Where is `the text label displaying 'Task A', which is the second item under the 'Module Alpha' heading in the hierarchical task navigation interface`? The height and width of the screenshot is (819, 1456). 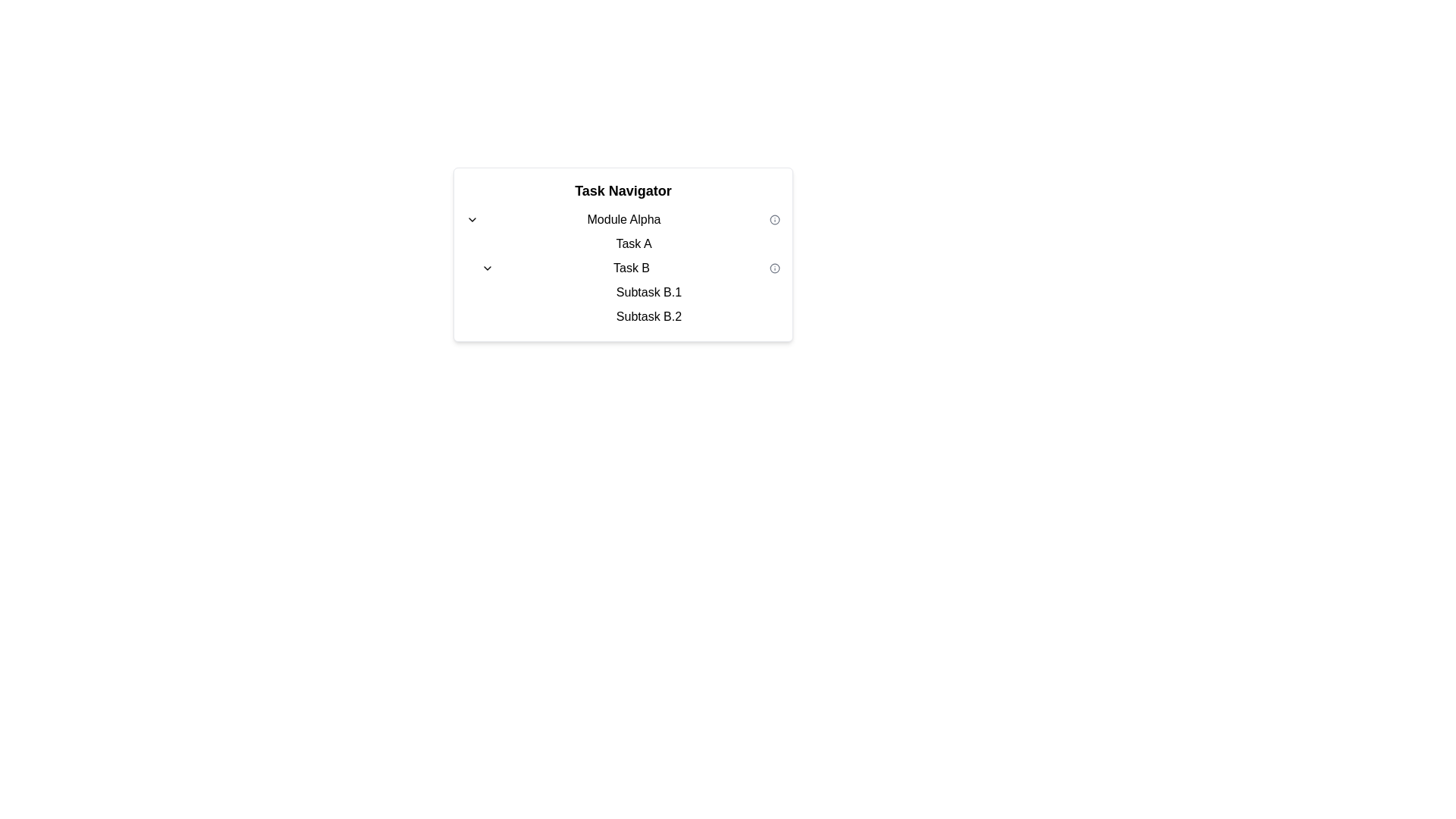
the text label displaying 'Task A', which is the second item under the 'Module Alpha' heading in the hierarchical task navigation interface is located at coordinates (630, 243).